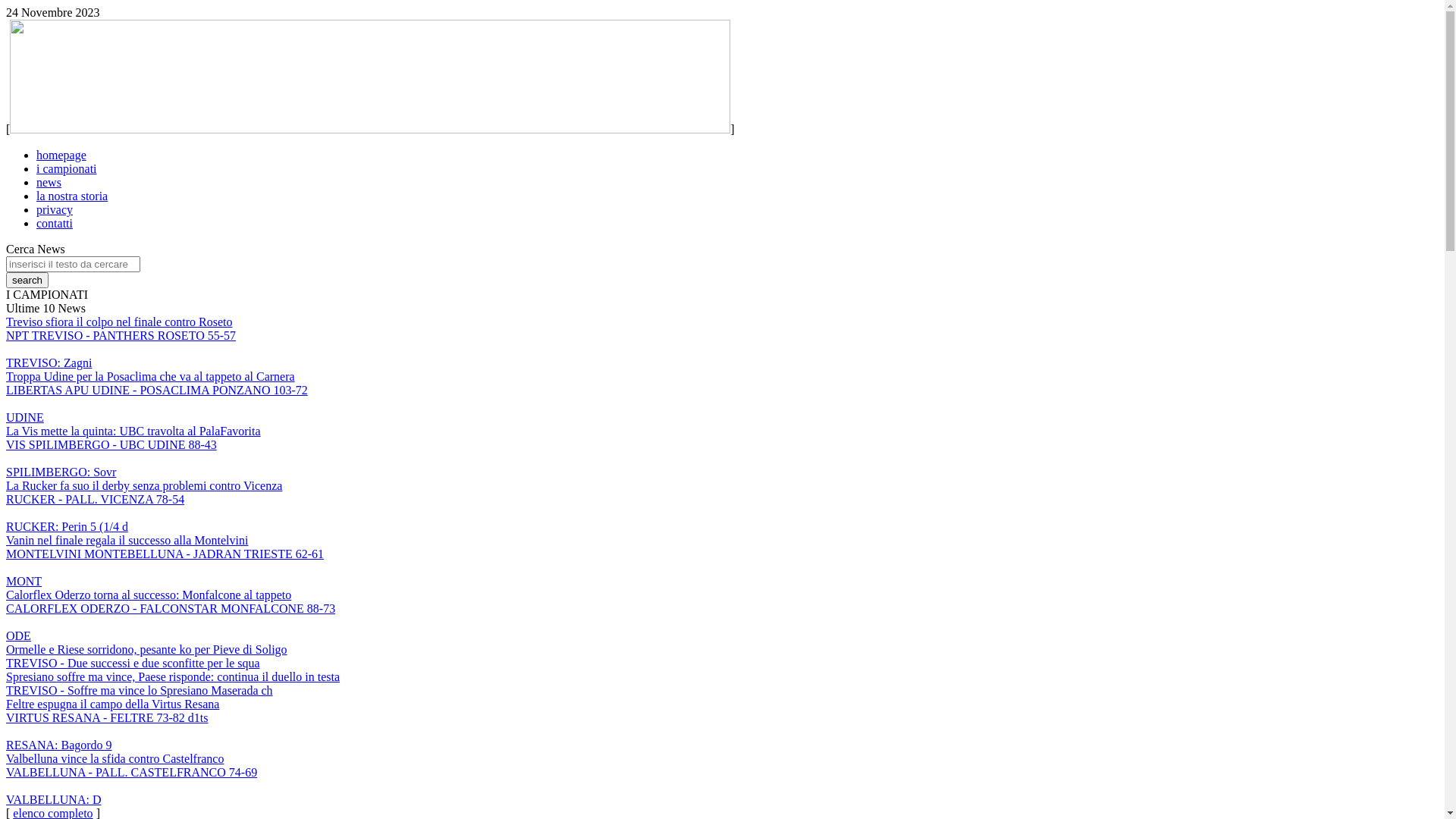 The width and height of the screenshot is (1456, 819). Describe the element at coordinates (127, 539) in the screenshot. I see `'Vanin nel finale regala il successo alla Montelvini'` at that location.